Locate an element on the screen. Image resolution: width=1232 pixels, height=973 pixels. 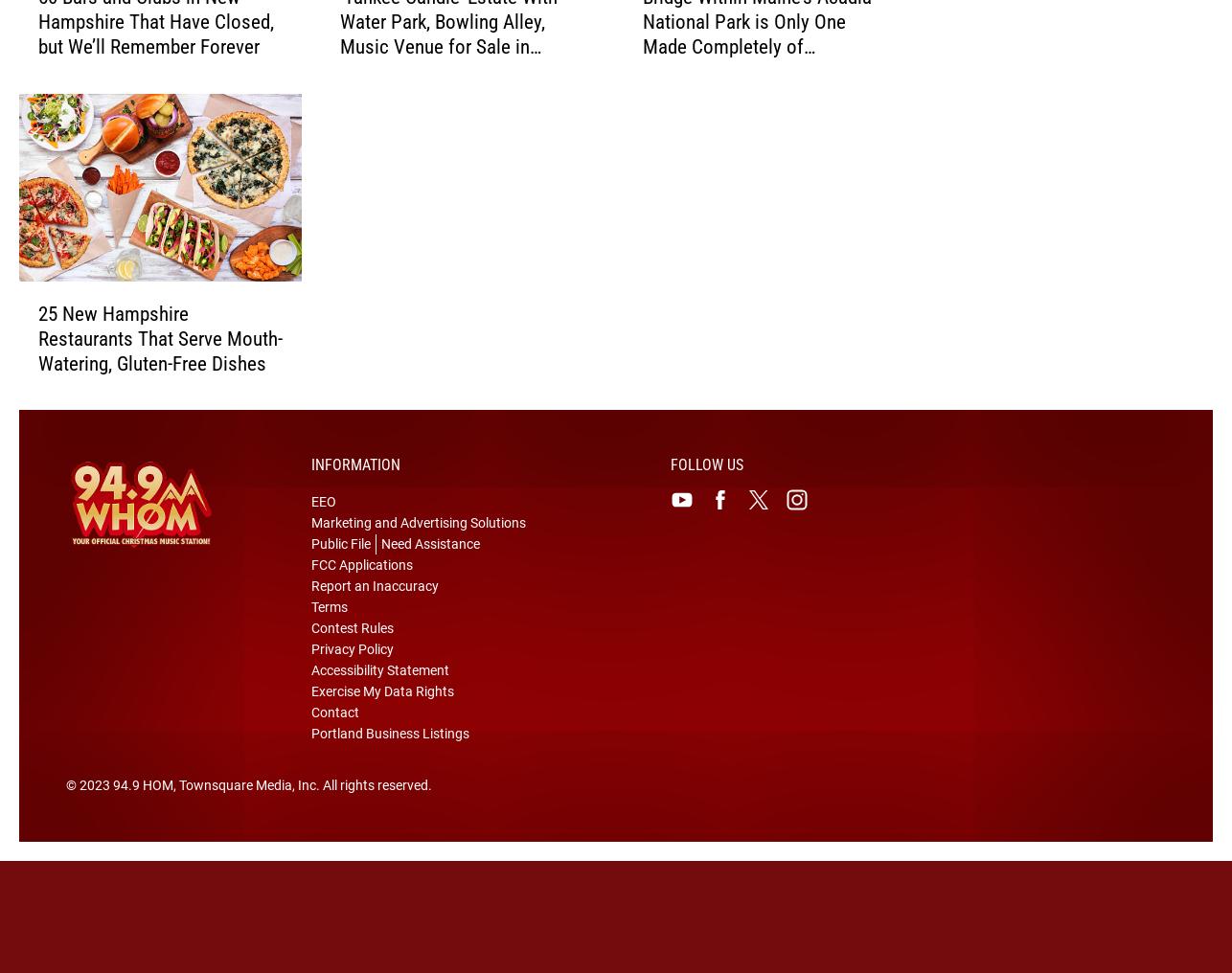
'Terms' is located at coordinates (329, 636).